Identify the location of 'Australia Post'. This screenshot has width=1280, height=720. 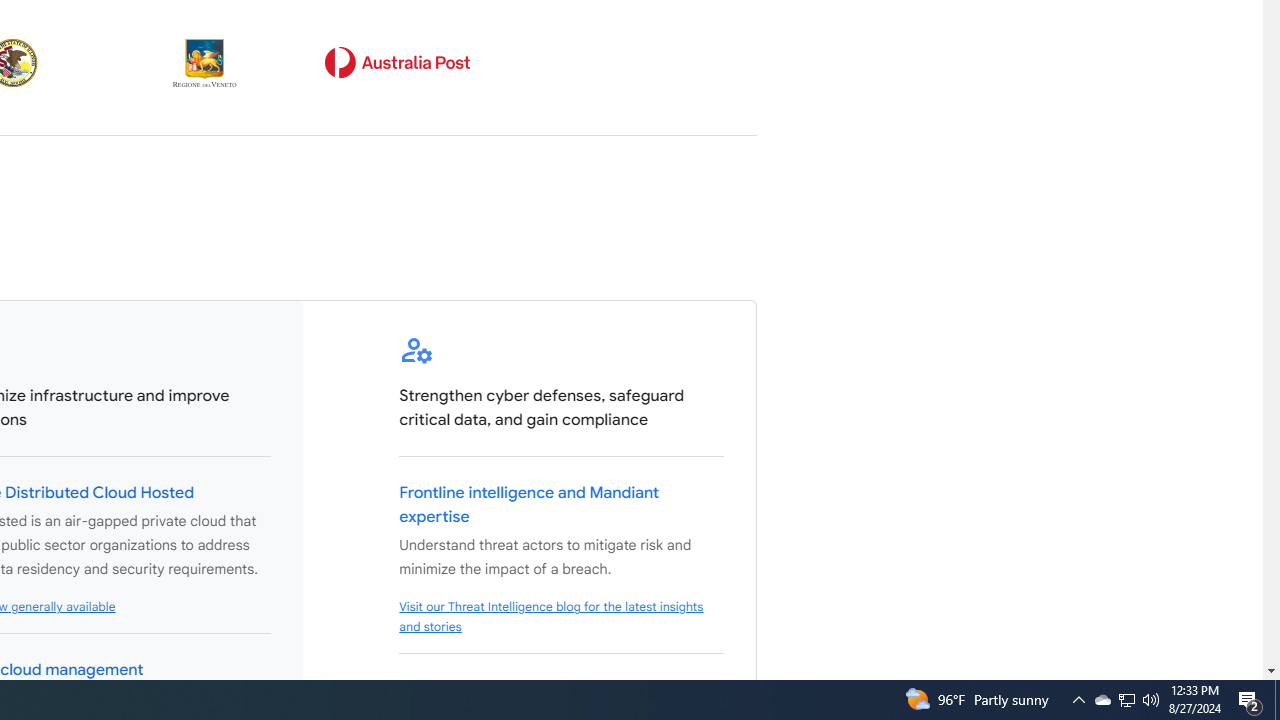
(397, 62).